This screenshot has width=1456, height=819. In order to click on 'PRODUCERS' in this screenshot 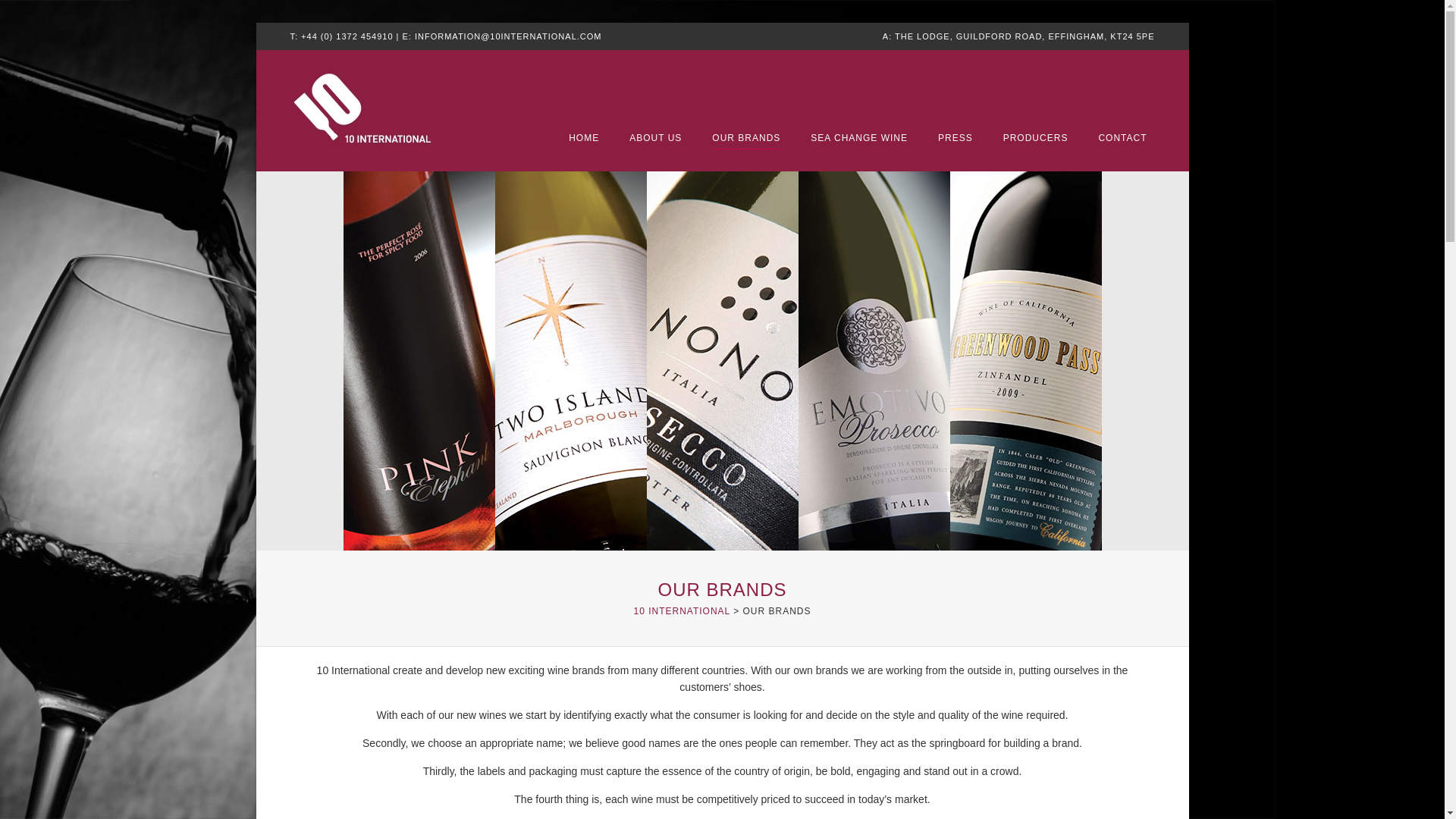, I will do `click(1035, 138)`.